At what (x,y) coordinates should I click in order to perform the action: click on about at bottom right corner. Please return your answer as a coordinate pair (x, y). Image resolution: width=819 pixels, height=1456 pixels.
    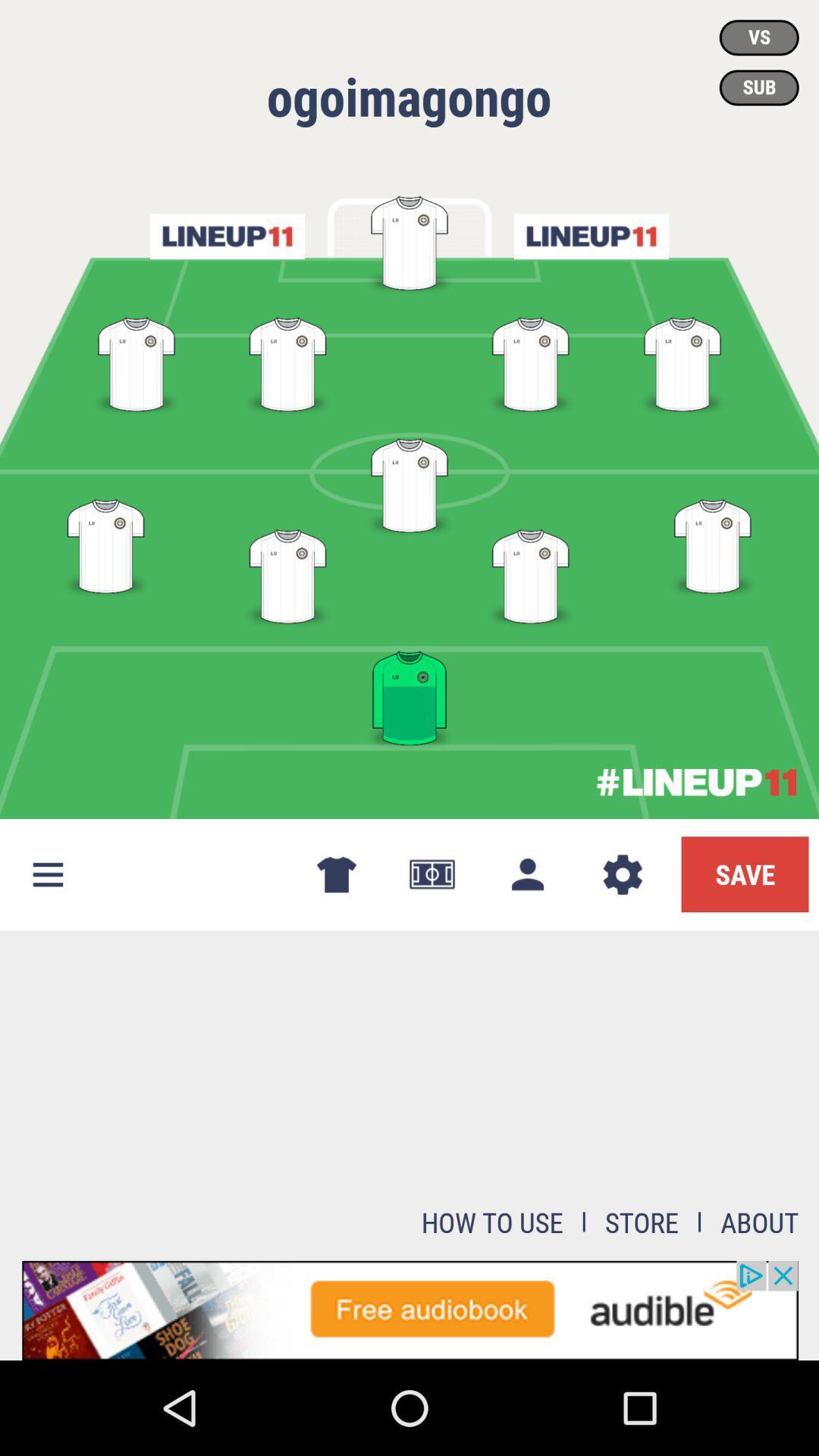
    Looking at the image, I should click on (760, 1222).